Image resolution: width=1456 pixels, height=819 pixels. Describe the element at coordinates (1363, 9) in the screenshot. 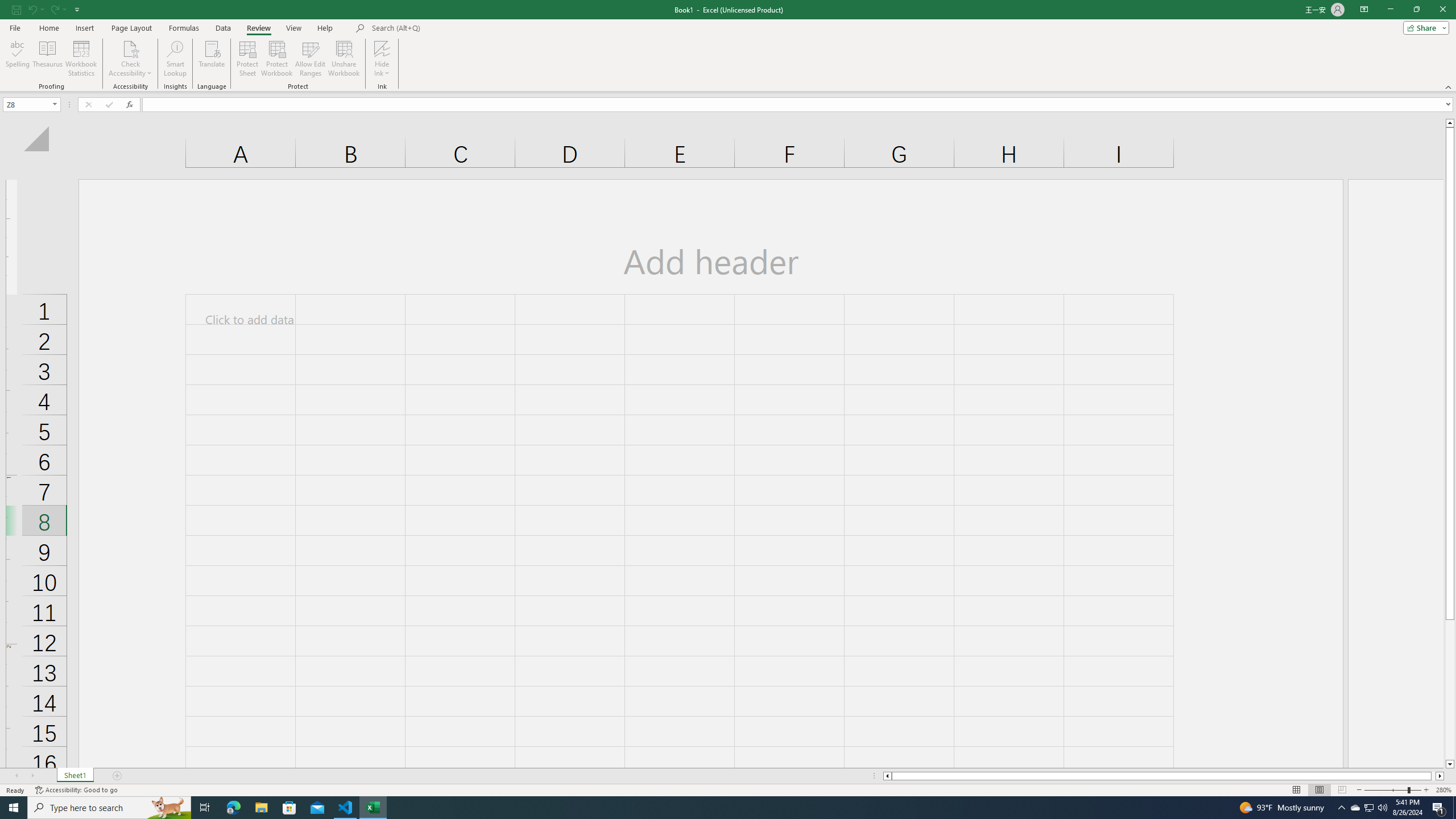

I see `'Ribbon Display Options'` at that location.